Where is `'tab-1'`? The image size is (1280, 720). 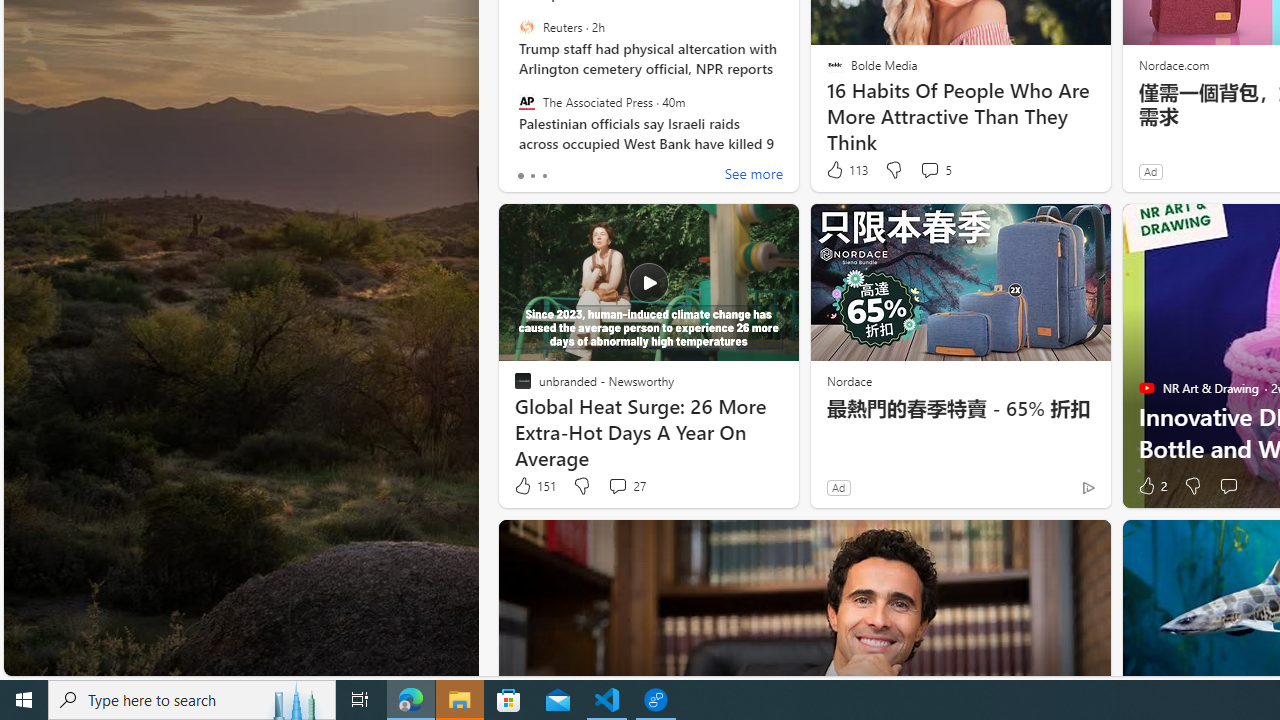
'tab-1' is located at coordinates (532, 175).